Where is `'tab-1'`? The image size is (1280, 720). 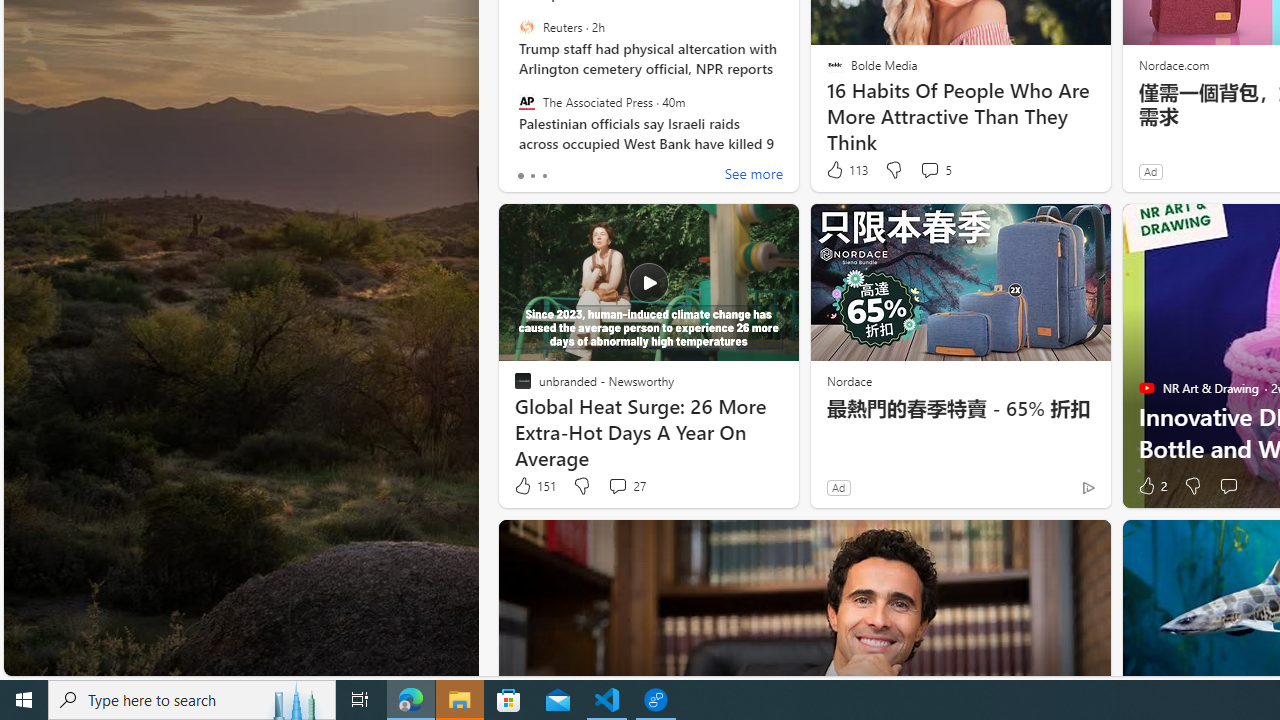
'tab-1' is located at coordinates (532, 175).